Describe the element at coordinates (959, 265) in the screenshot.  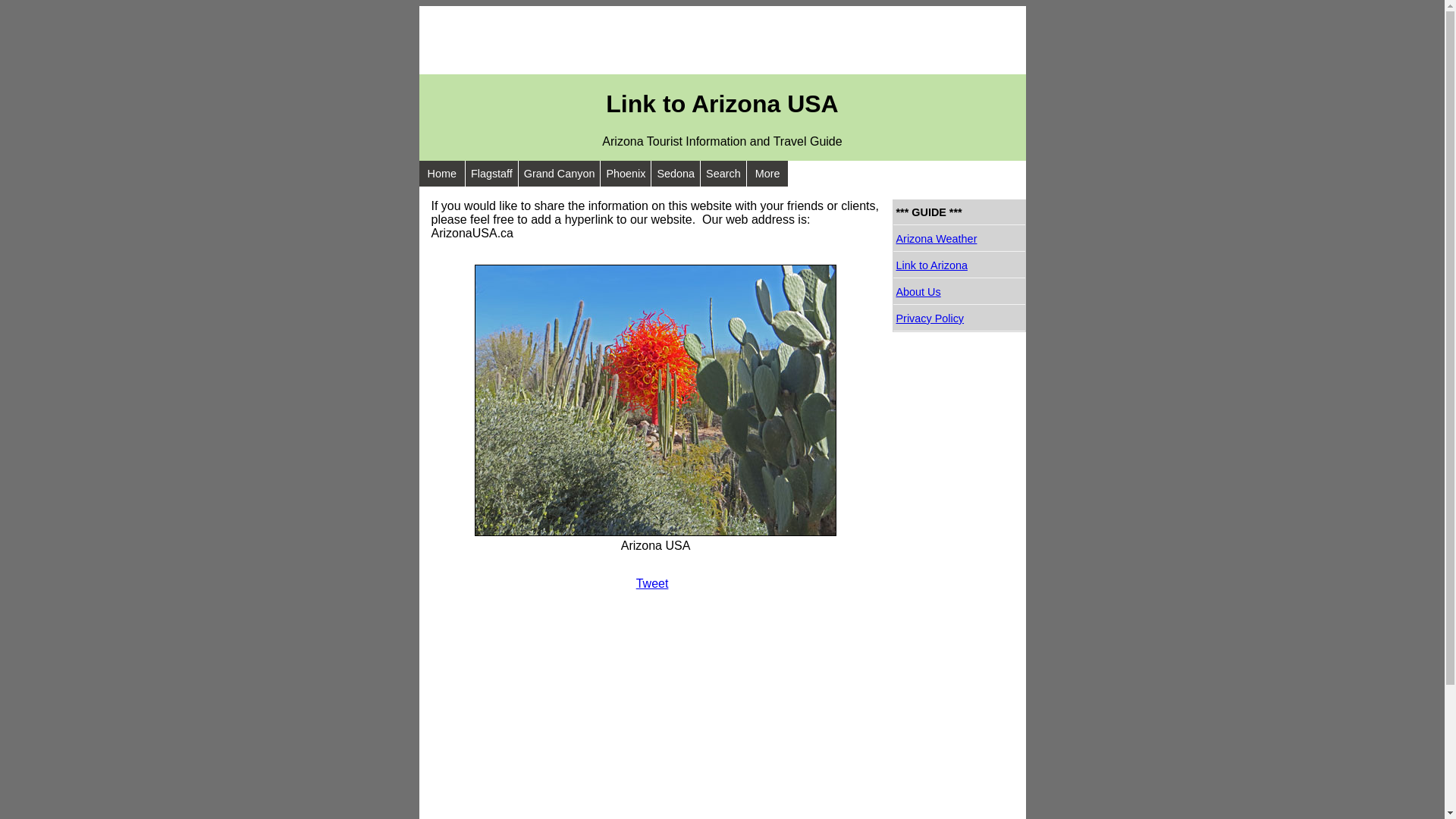
I see `'Link to Arizona'` at that location.